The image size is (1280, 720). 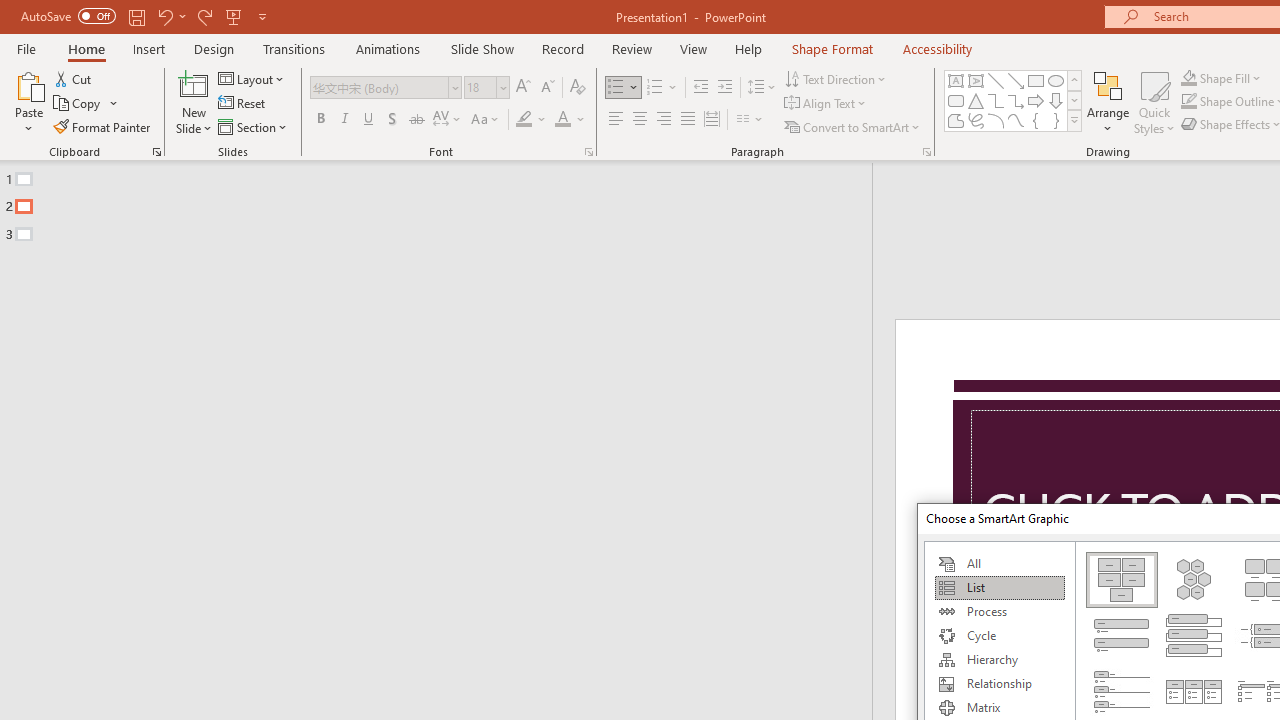 I want to click on 'Freeform: Scribble', so click(x=976, y=120).